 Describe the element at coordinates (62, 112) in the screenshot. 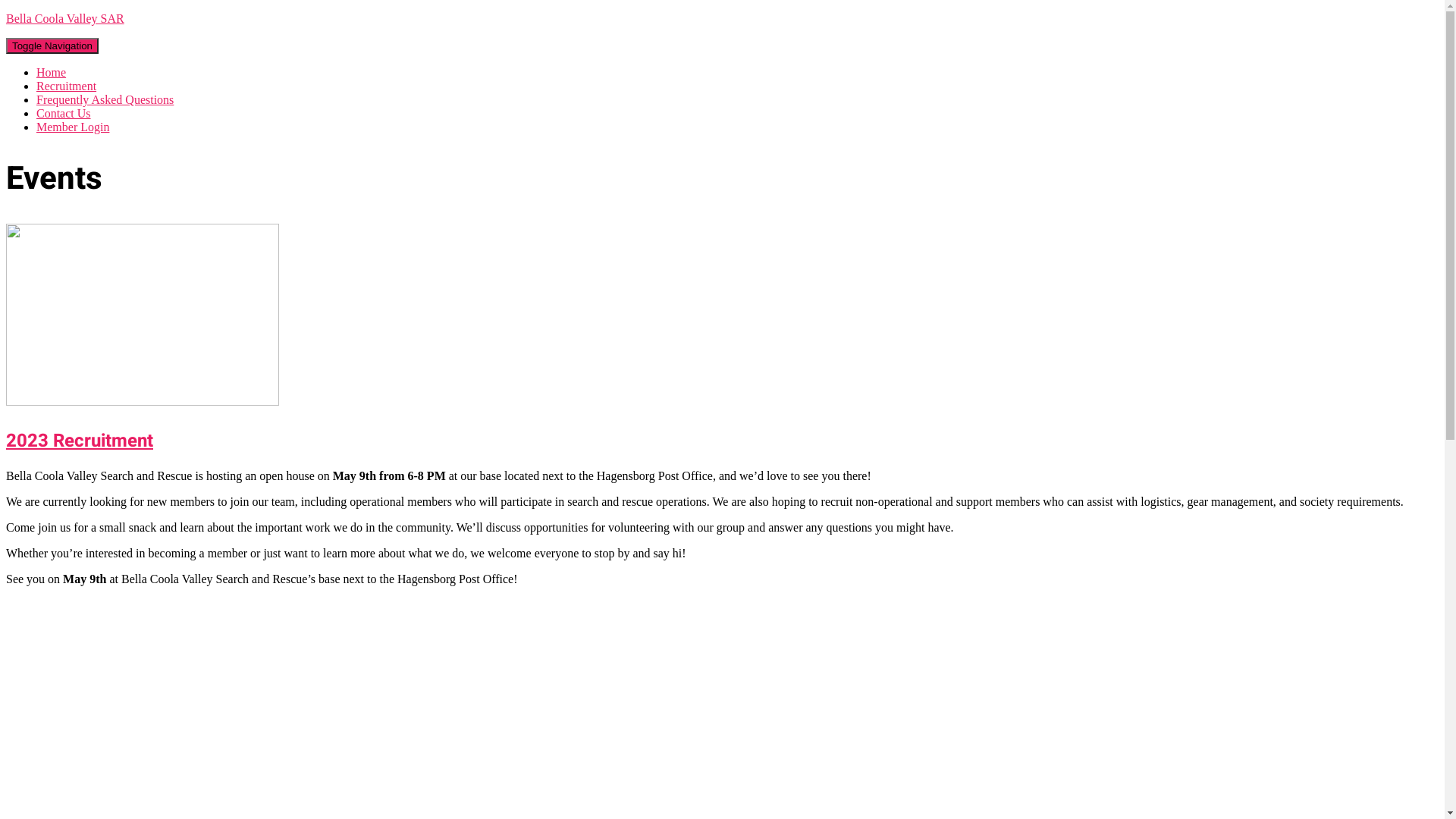

I see `'Contact Us'` at that location.